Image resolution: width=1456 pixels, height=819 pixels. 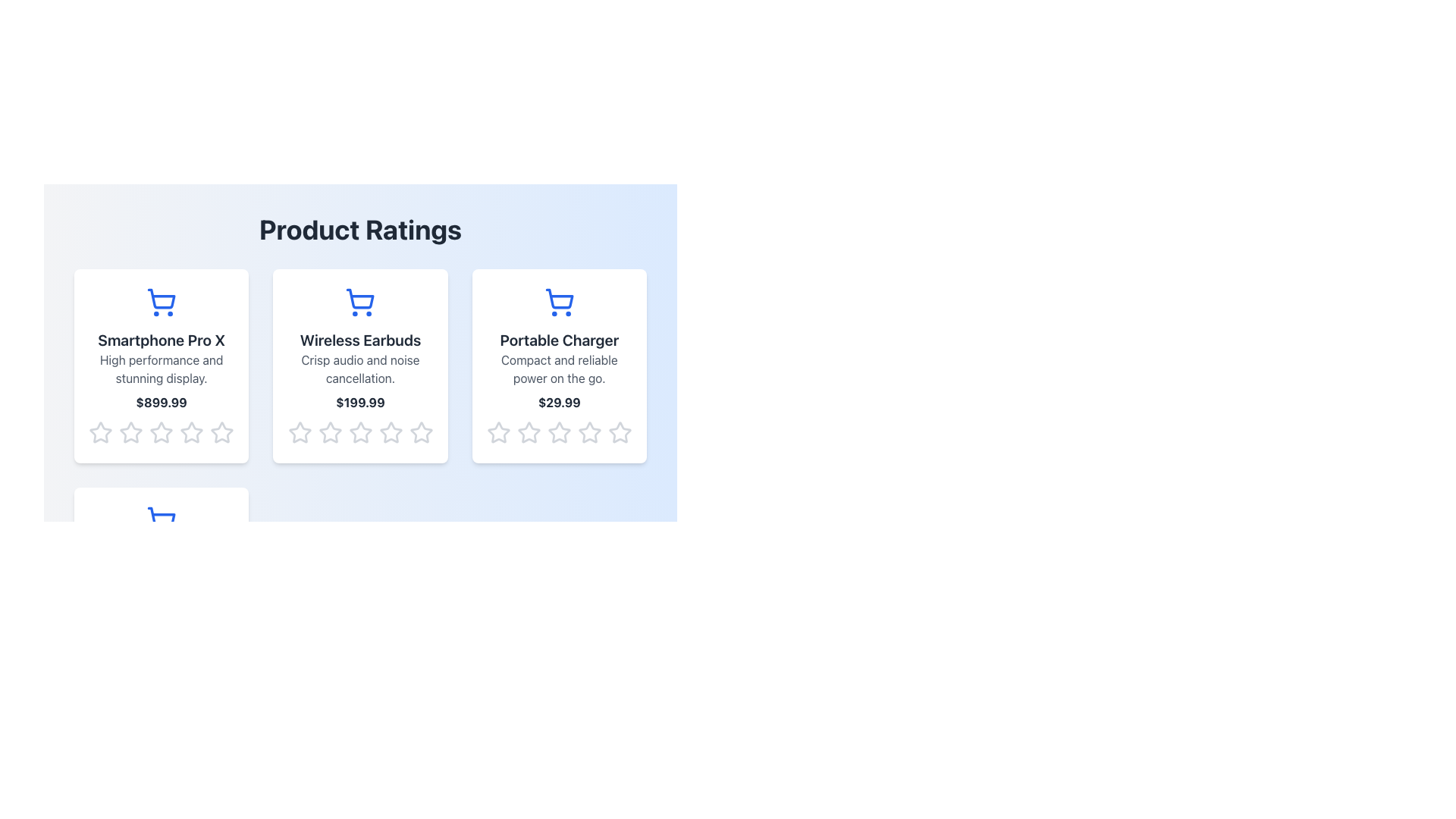 I want to click on the third star in the rating component at the bottom of the 'Smartphone Pro X' product card, so click(x=162, y=432).